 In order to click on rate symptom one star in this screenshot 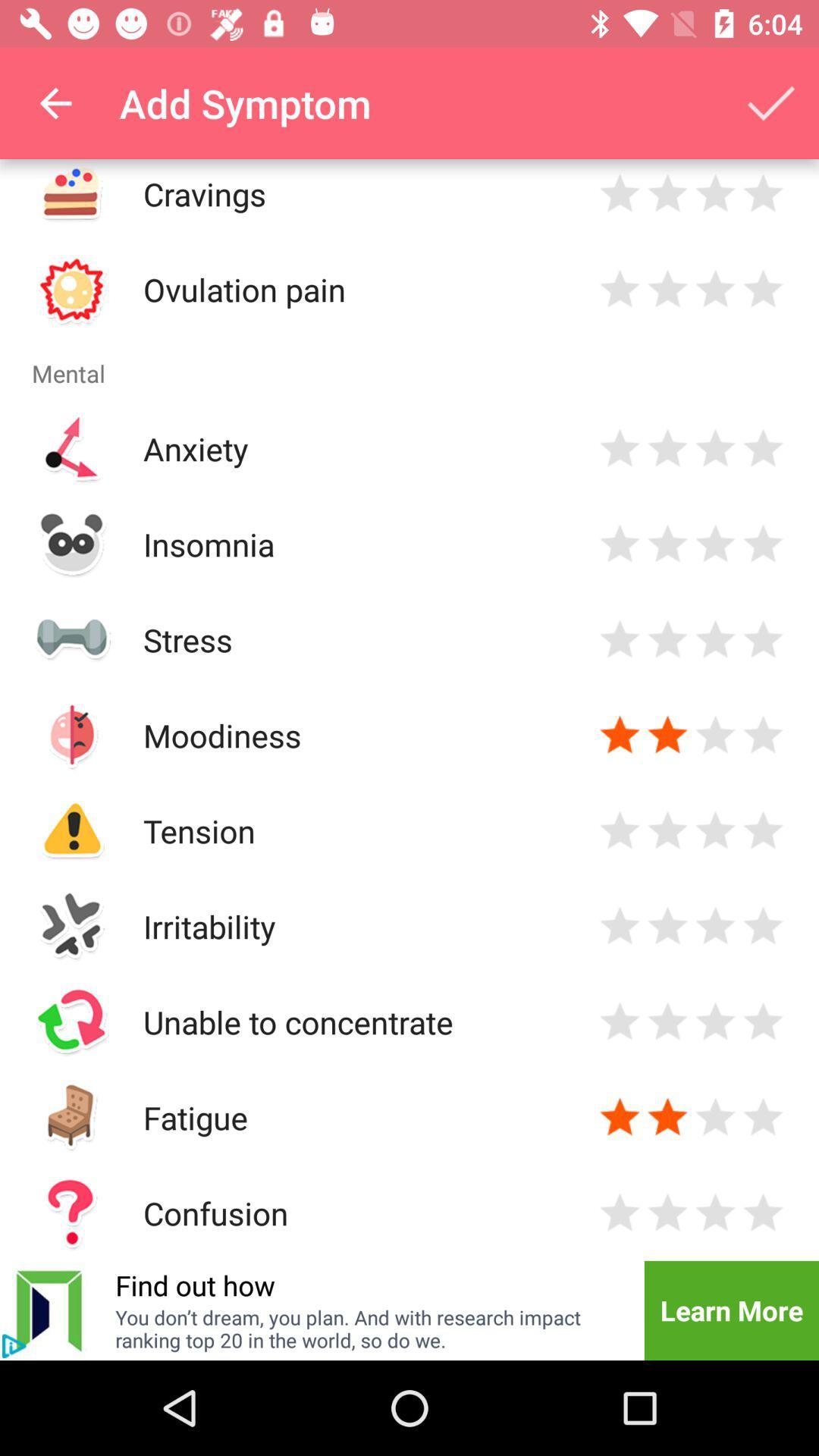, I will do `click(620, 639)`.